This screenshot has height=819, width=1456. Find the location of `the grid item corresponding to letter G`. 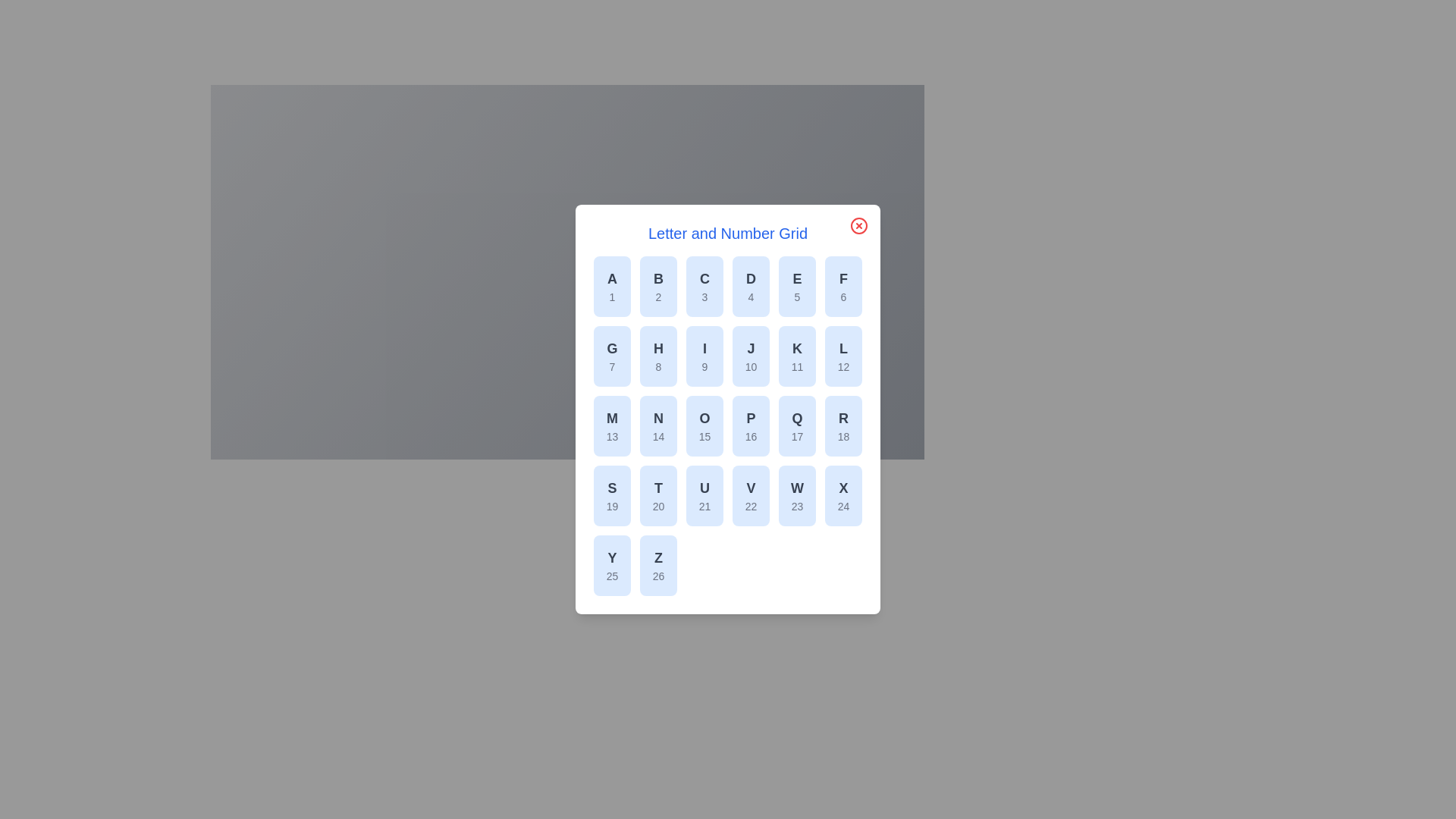

the grid item corresponding to letter G is located at coordinates (612, 356).